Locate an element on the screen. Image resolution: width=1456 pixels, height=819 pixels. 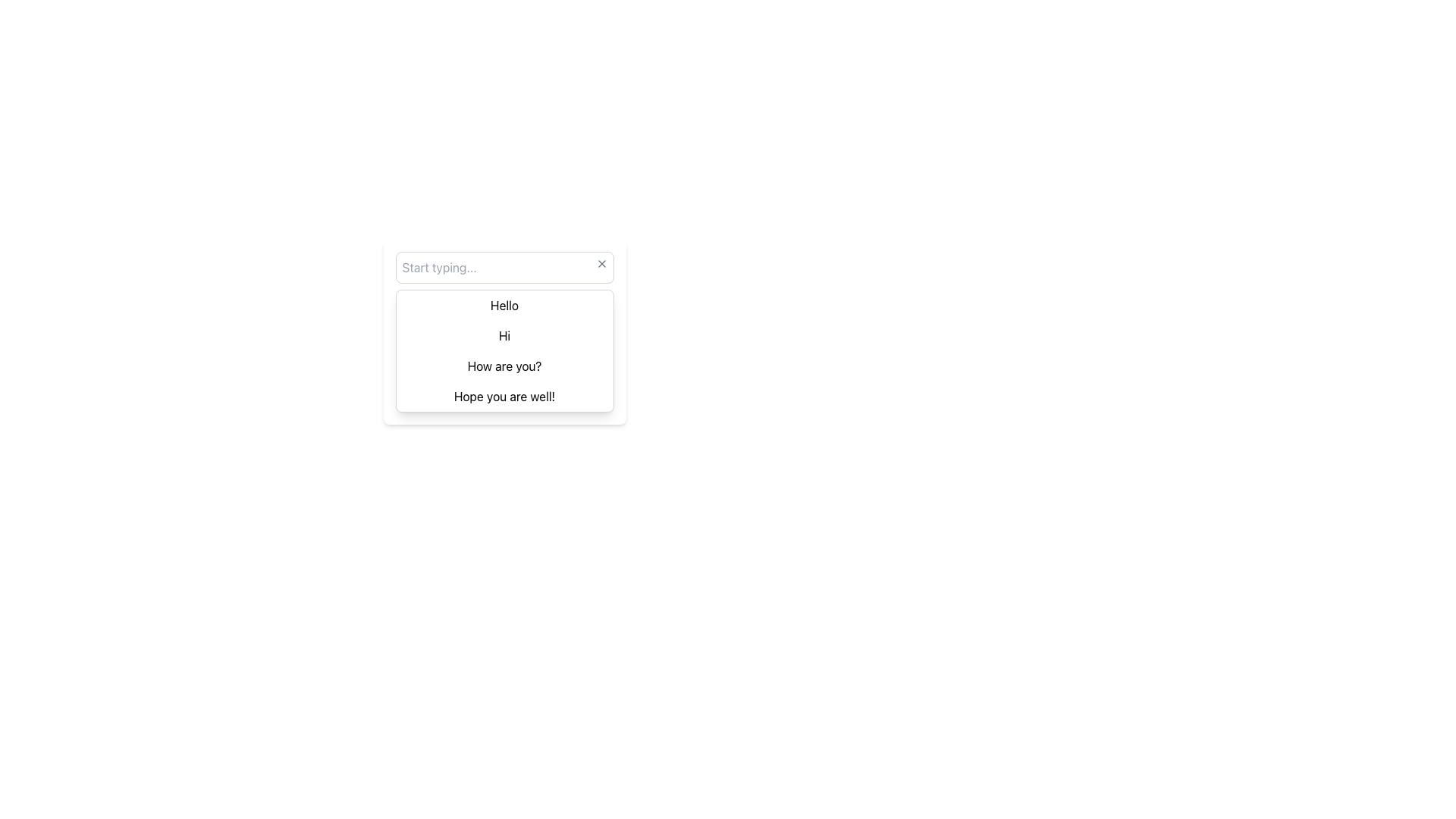
the second selectable entry 'Hi' in the dropdown menu is located at coordinates (504, 335).